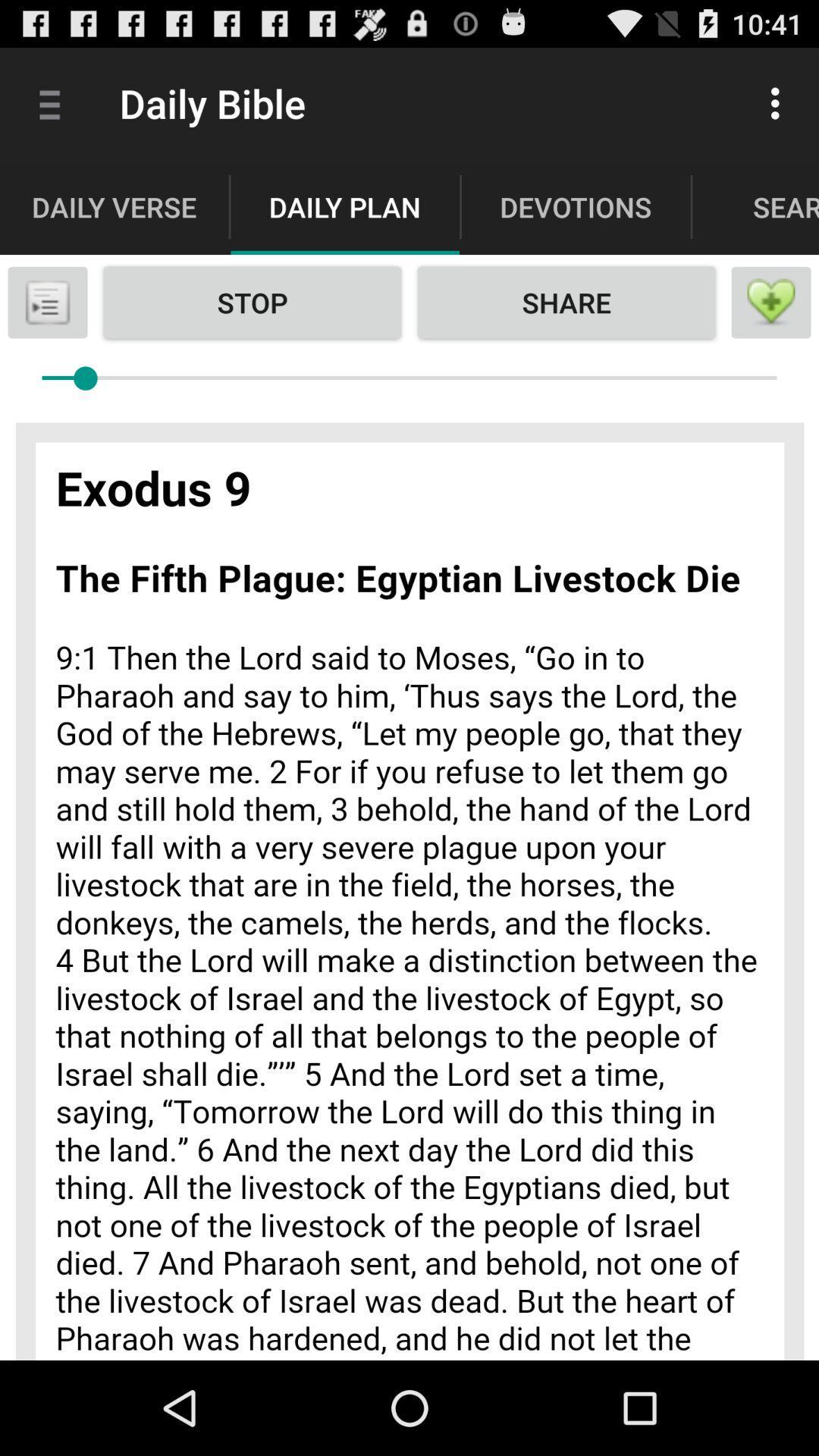  What do you see at coordinates (409, 883) in the screenshot?
I see `colour pinter` at bounding box center [409, 883].